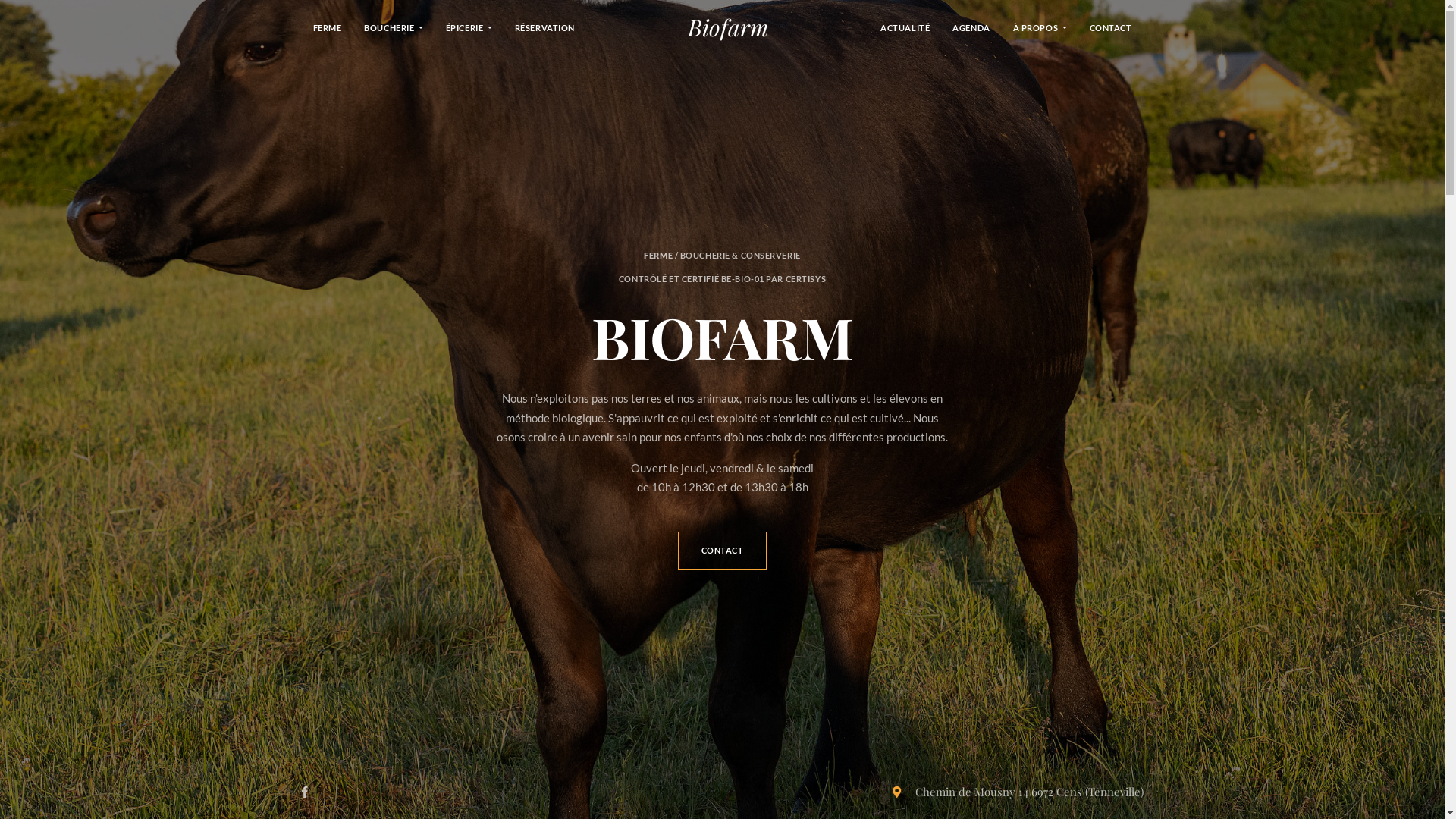  I want to click on 'BOUCHERIE', so click(393, 27).